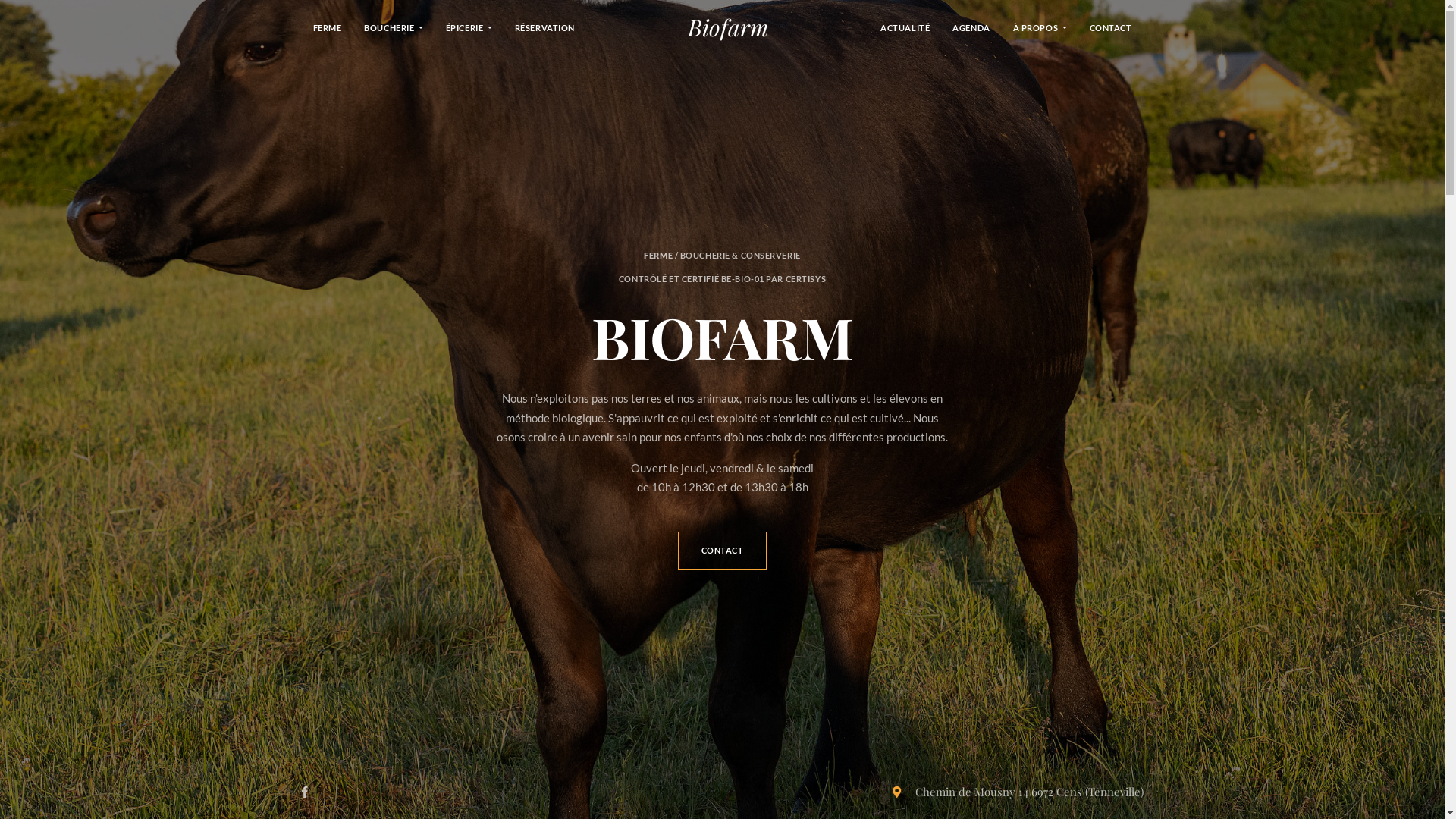  I want to click on 'BOUCHERIE', so click(393, 27).